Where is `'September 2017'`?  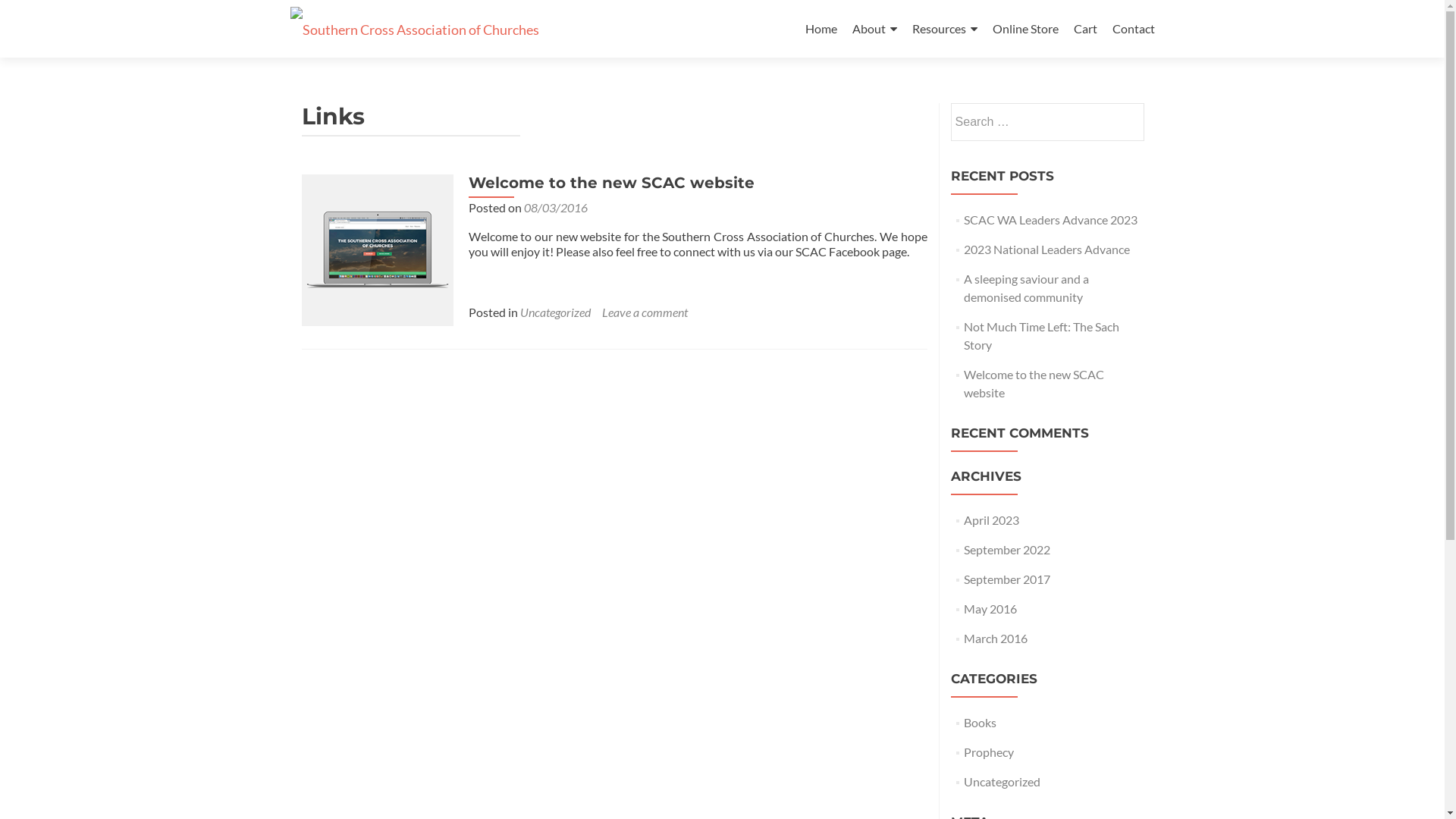
'September 2017' is located at coordinates (1007, 579).